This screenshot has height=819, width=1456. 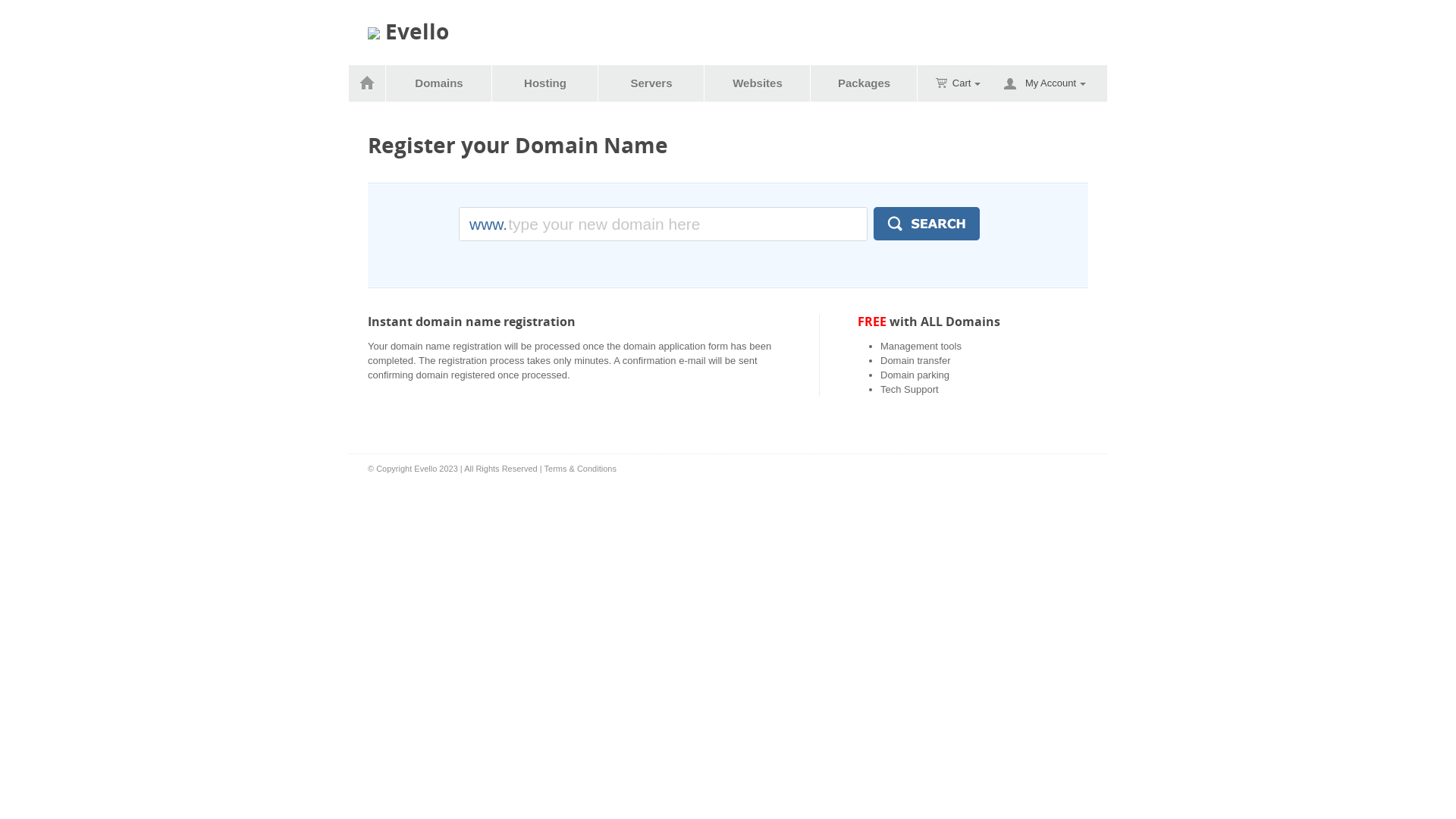 What do you see at coordinates (579, 467) in the screenshot?
I see `'Terms & Conditions'` at bounding box center [579, 467].